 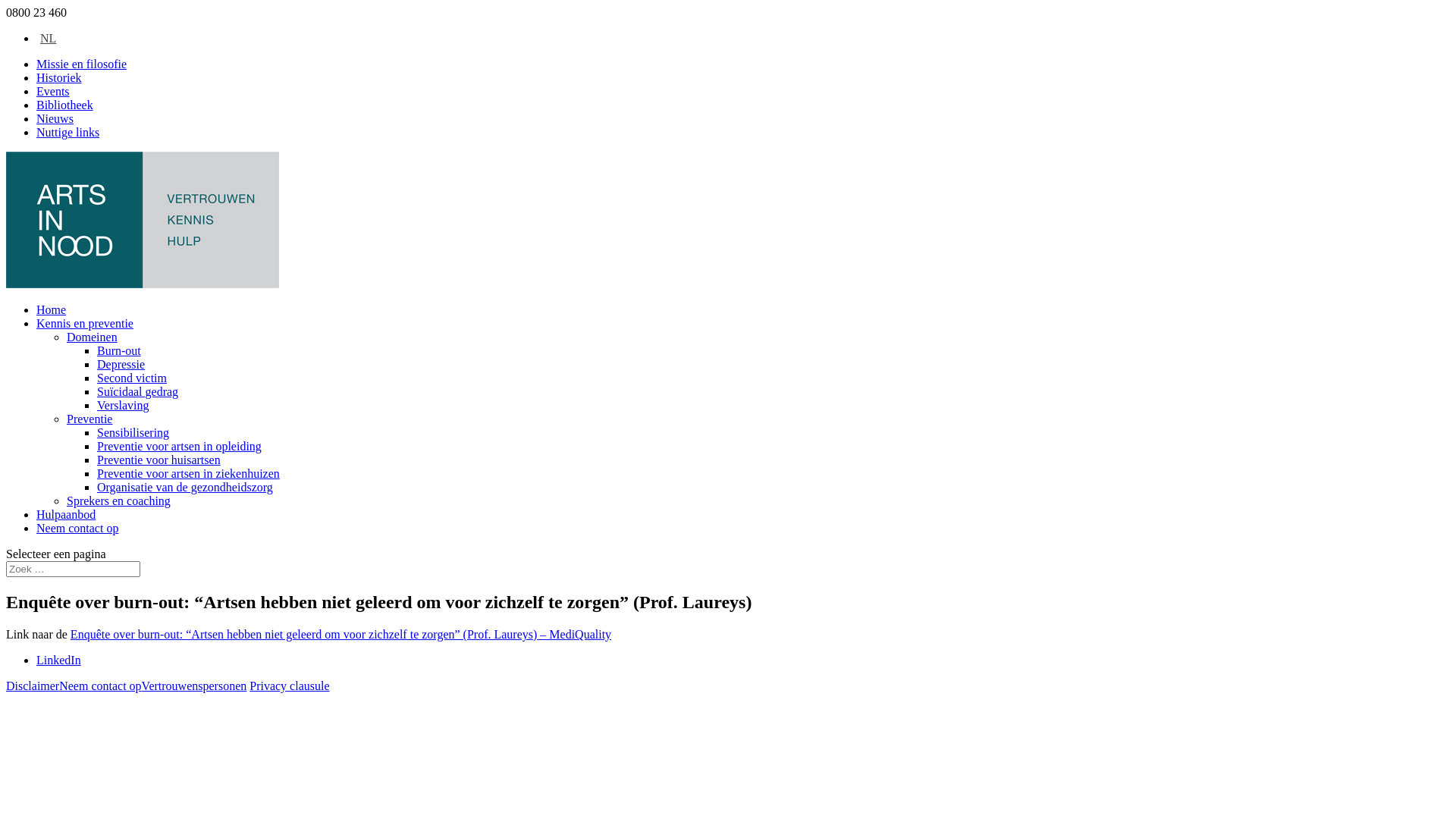 I want to click on 'Neem contact op', so click(x=76, y=527).